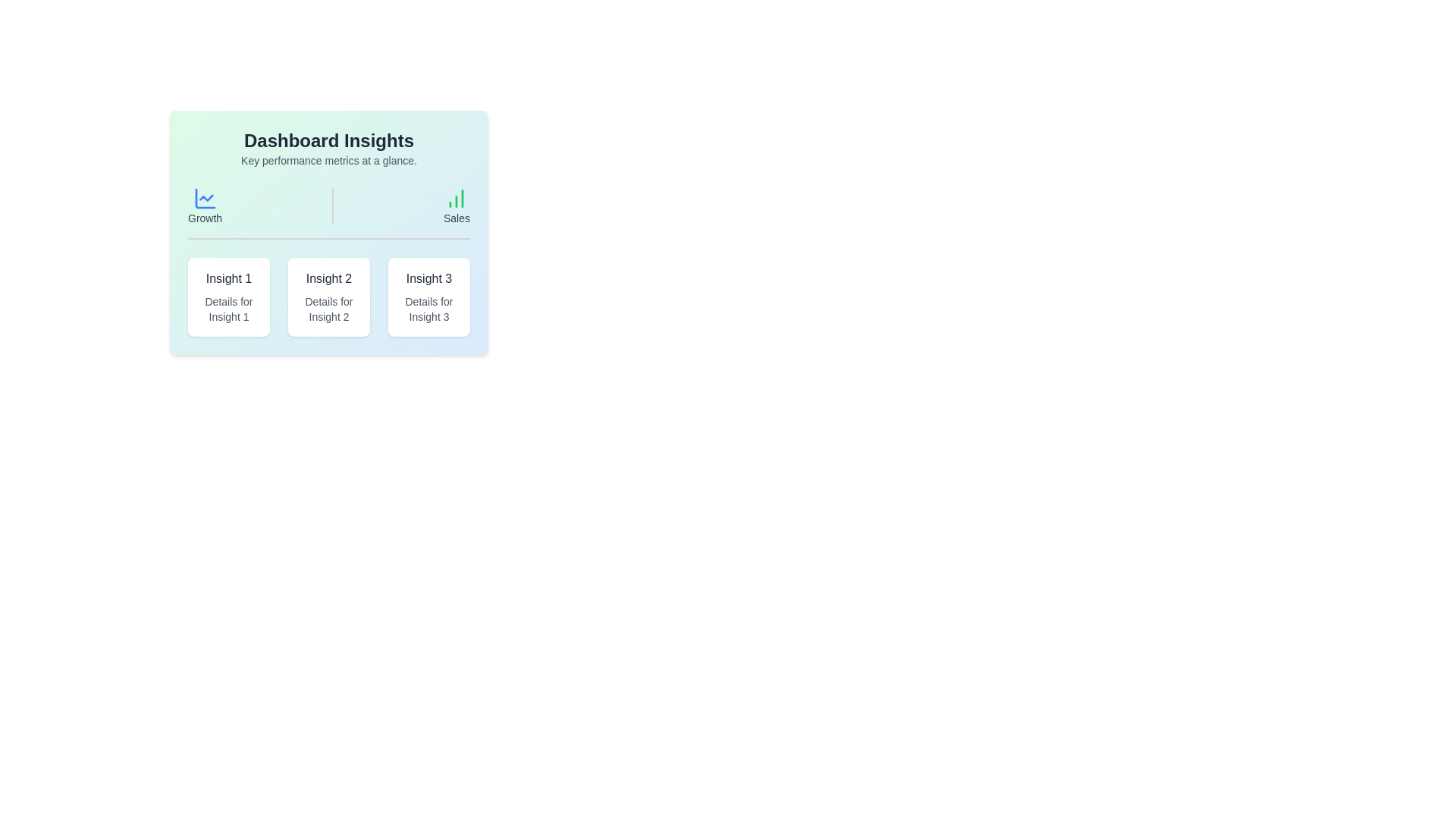  Describe the element at coordinates (204, 198) in the screenshot. I see `the blue line chart icon located in the 'Growth' section, which is positioned above the 'Growth' label text and aligned to the left of the 'Sales' section` at that location.